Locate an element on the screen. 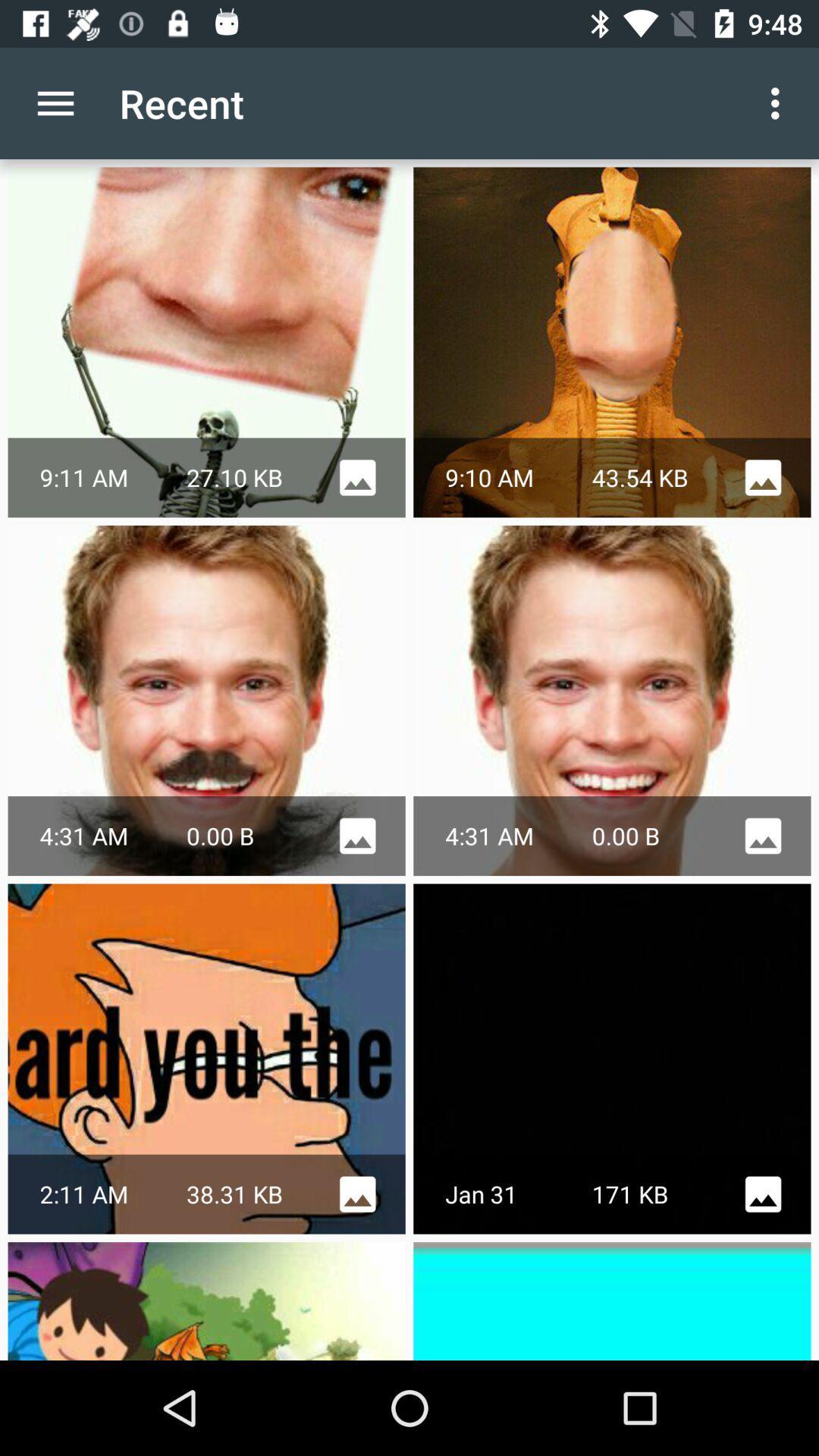  item next to recent app is located at coordinates (779, 102).